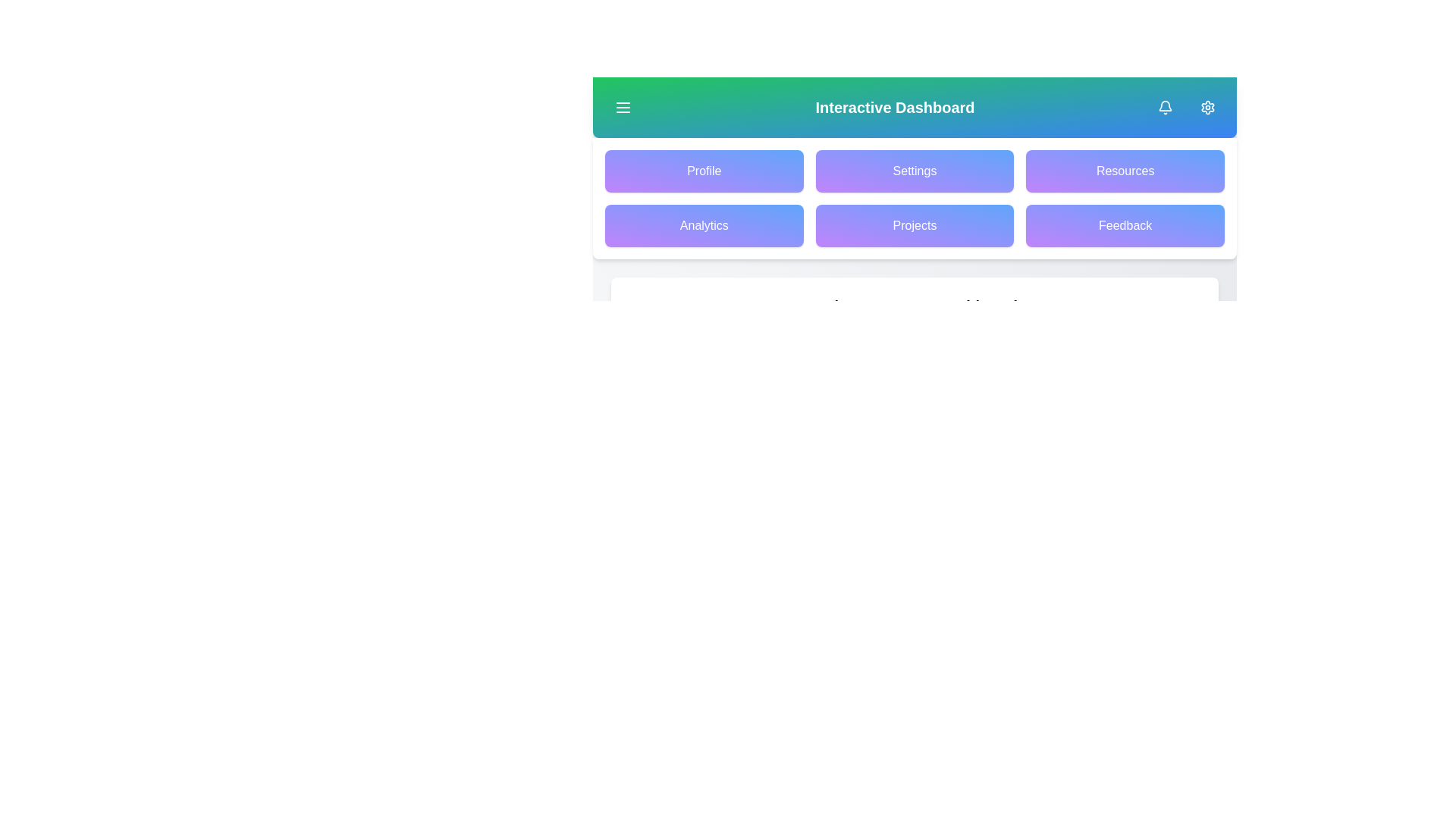 The height and width of the screenshot is (819, 1456). What do you see at coordinates (703, 225) in the screenshot?
I see `the Analytics button in the grid` at bounding box center [703, 225].